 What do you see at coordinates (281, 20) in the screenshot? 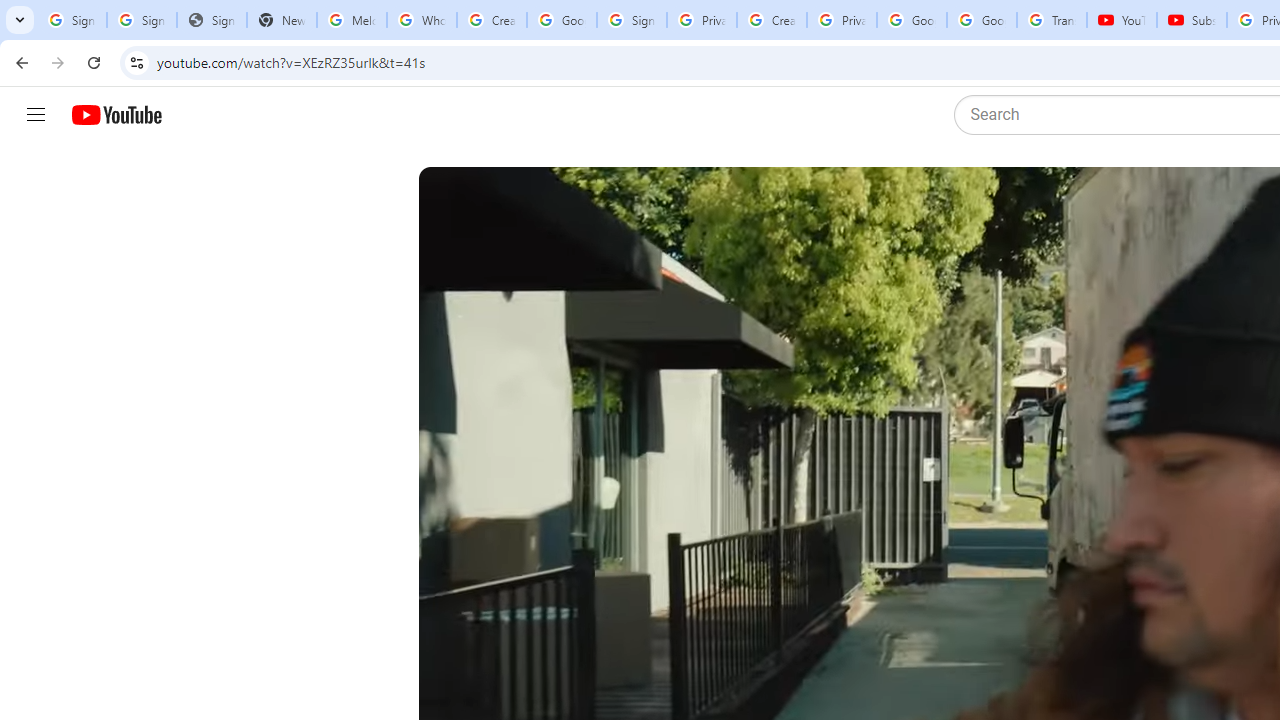
I see `'New Tab'` at bounding box center [281, 20].